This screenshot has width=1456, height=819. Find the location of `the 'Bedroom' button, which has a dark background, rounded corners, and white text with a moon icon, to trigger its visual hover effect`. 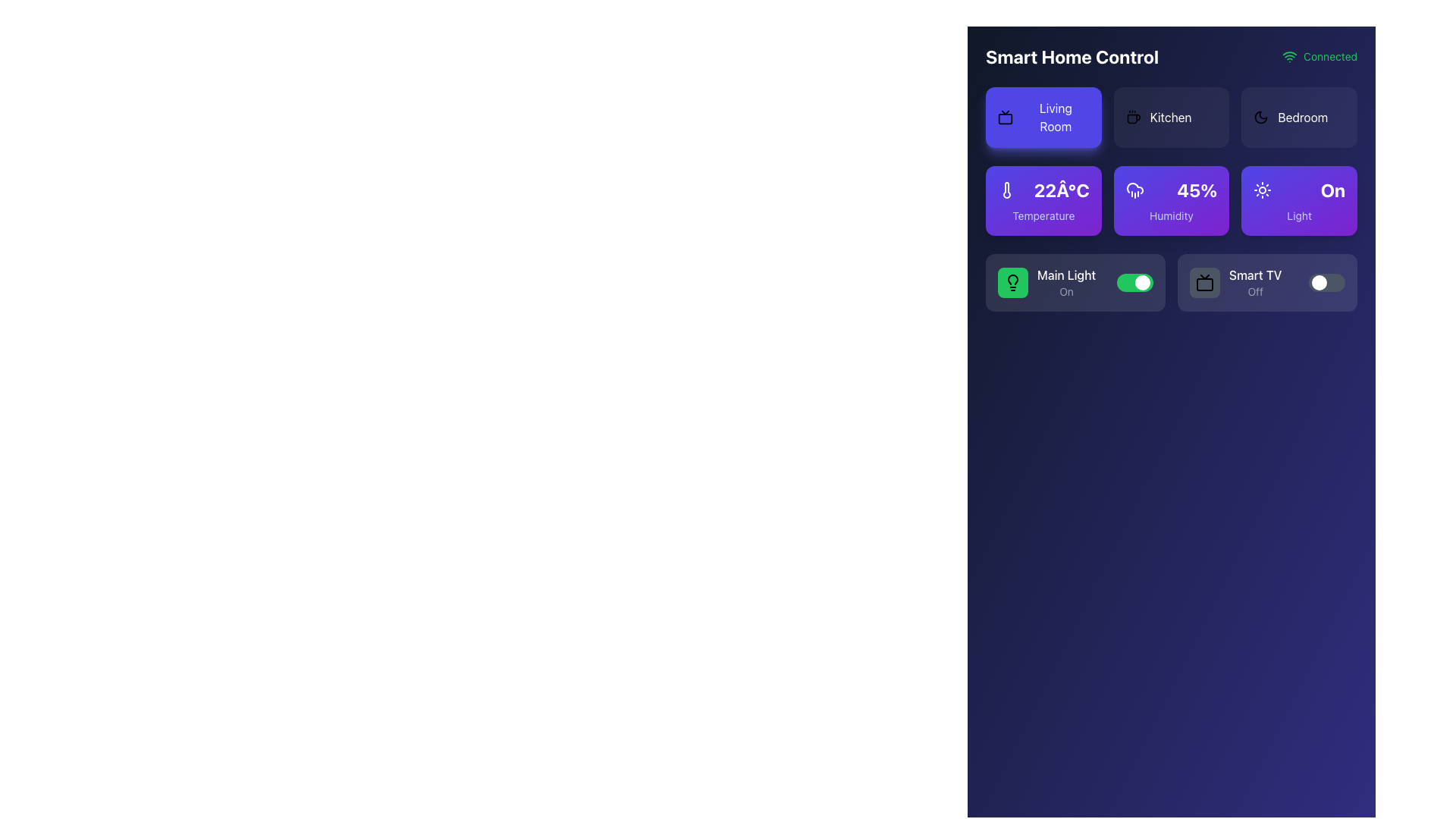

the 'Bedroom' button, which has a dark background, rounded corners, and white text with a moon icon, to trigger its visual hover effect is located at coordinates (1298, 116).